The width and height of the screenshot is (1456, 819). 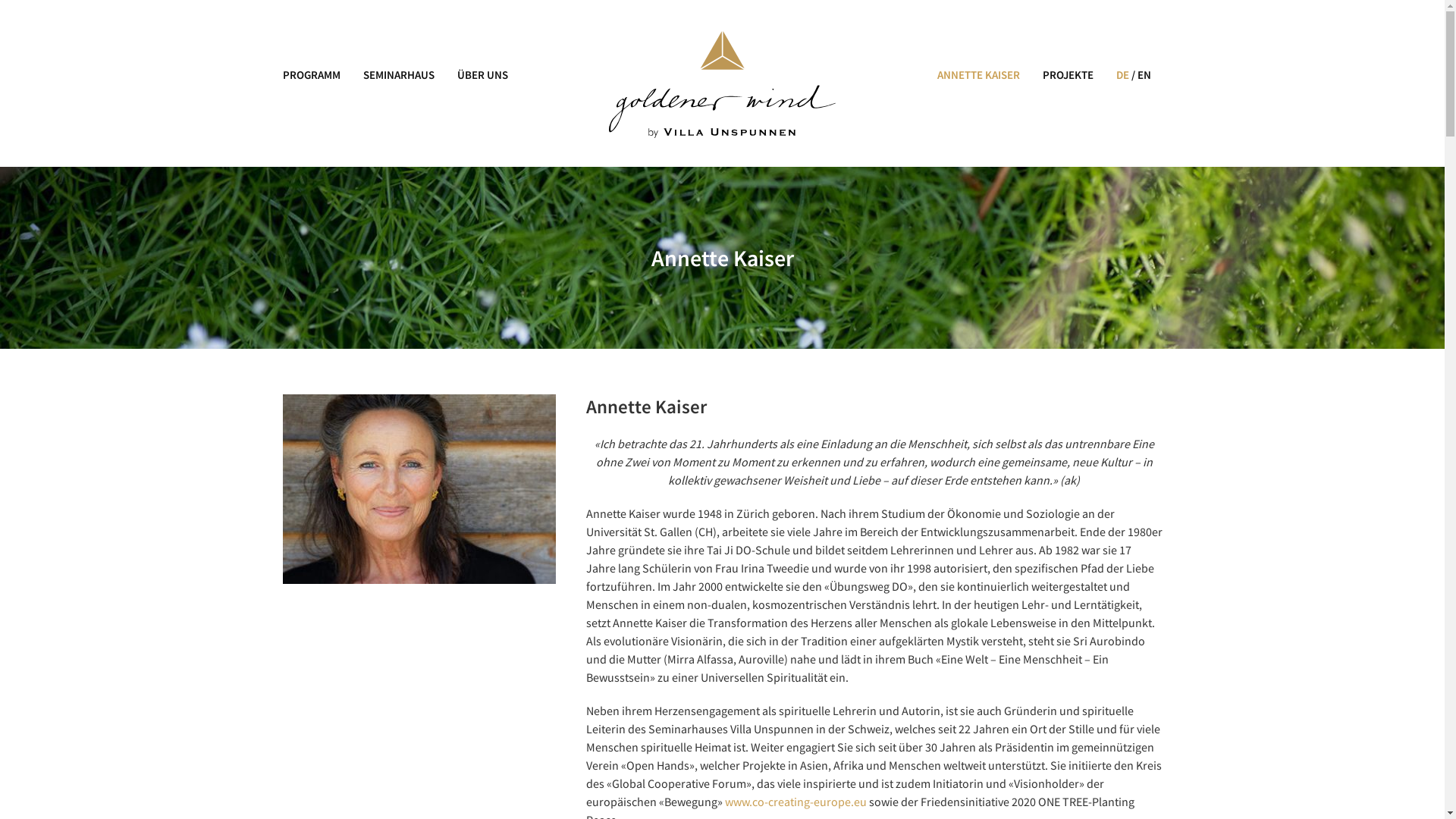 What do you see at coordinates (795, 800) in the screenshot?
I see `'www.co-creating-europe.eu'` at bounding box center [795, 800].